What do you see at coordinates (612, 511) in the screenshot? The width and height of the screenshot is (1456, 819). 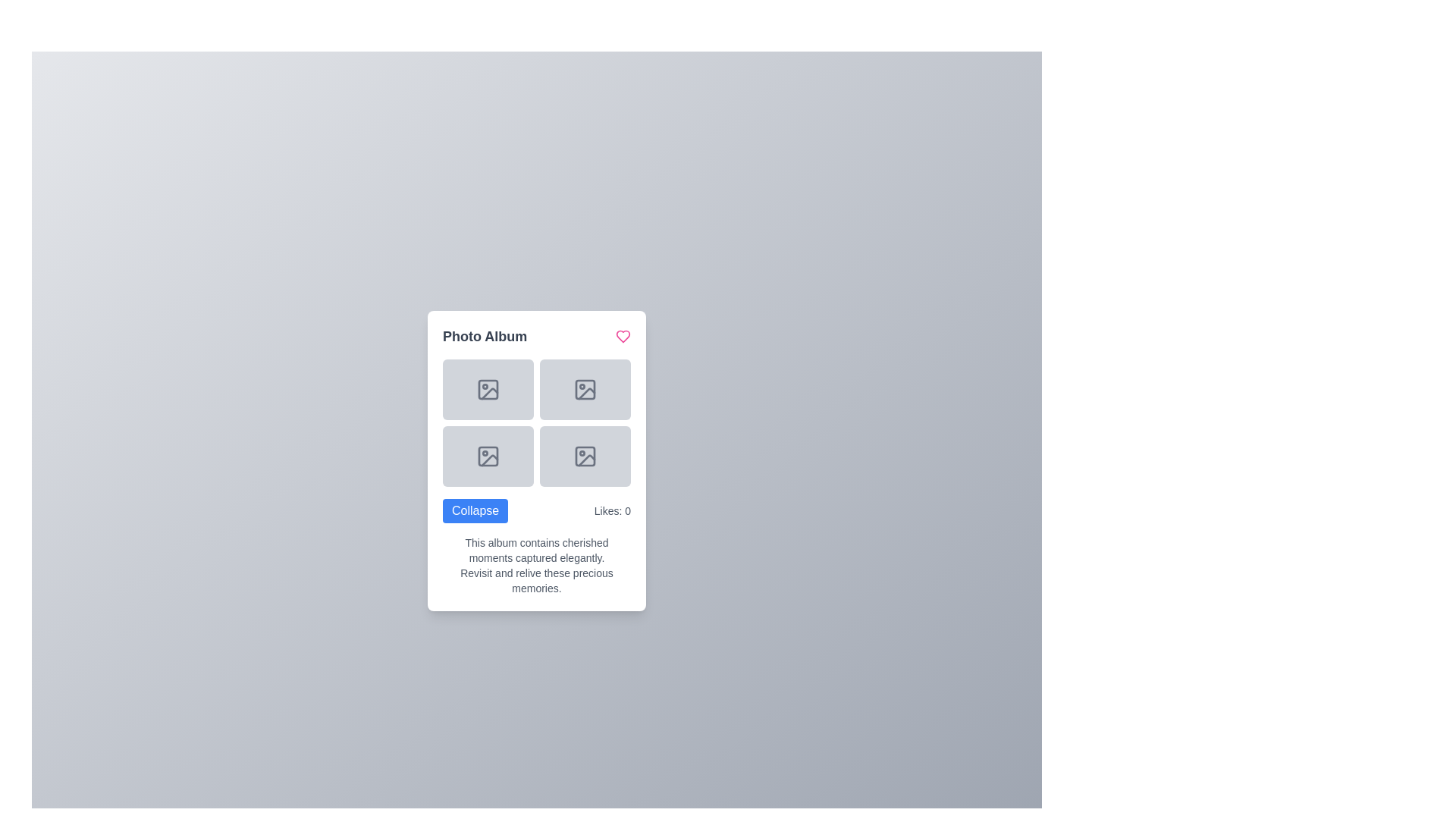 I see `the text display element showing 'Likes: 0', which is positioned below the image grid and to the right of the blue 'Collapse' button` at bounding box center [612, 511].